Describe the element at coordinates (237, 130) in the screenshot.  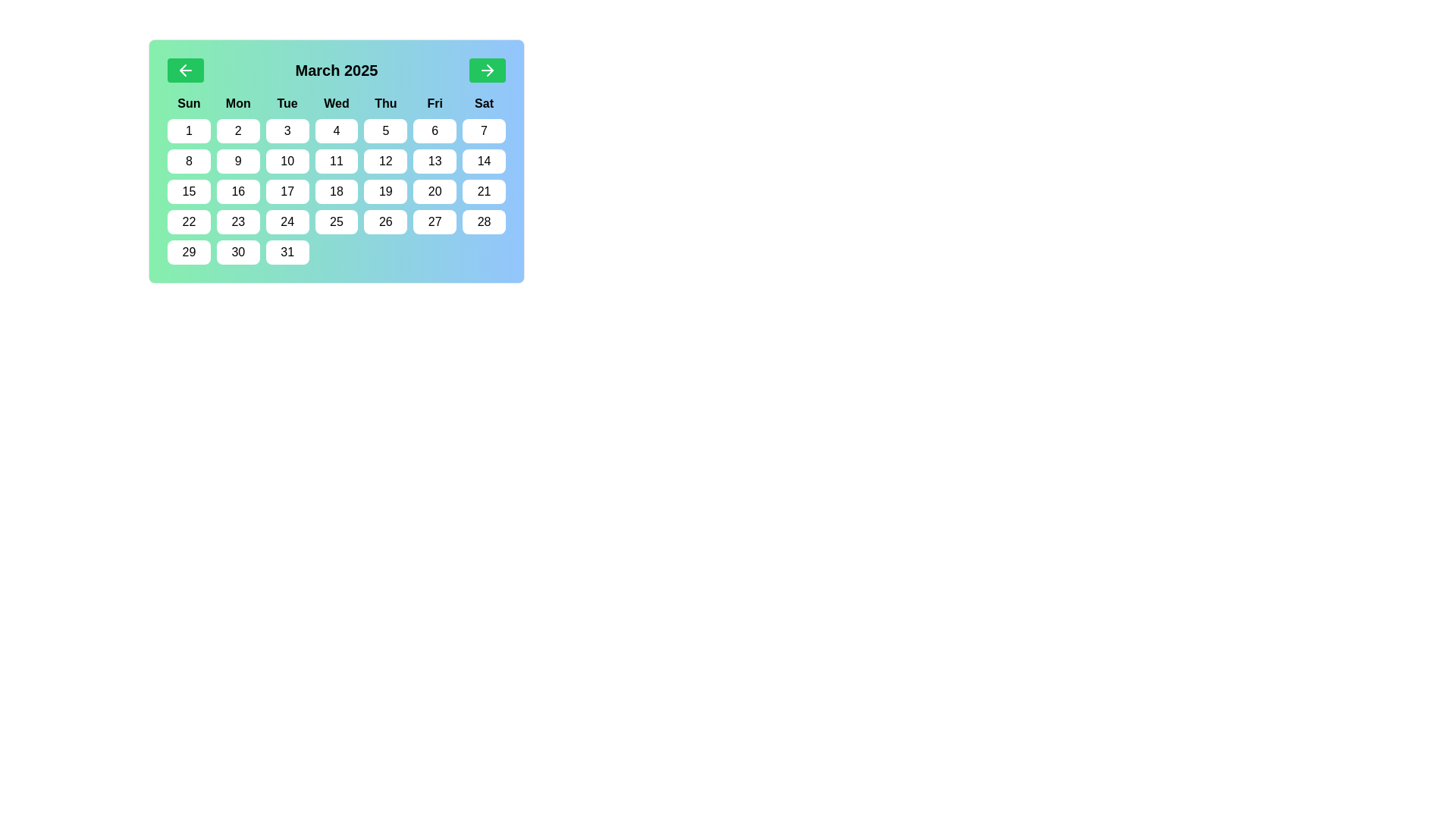
I see `the button that selects the date '2' in the calendar, located under the 'Mon' header and positioned in the second column of the first row` at that location.